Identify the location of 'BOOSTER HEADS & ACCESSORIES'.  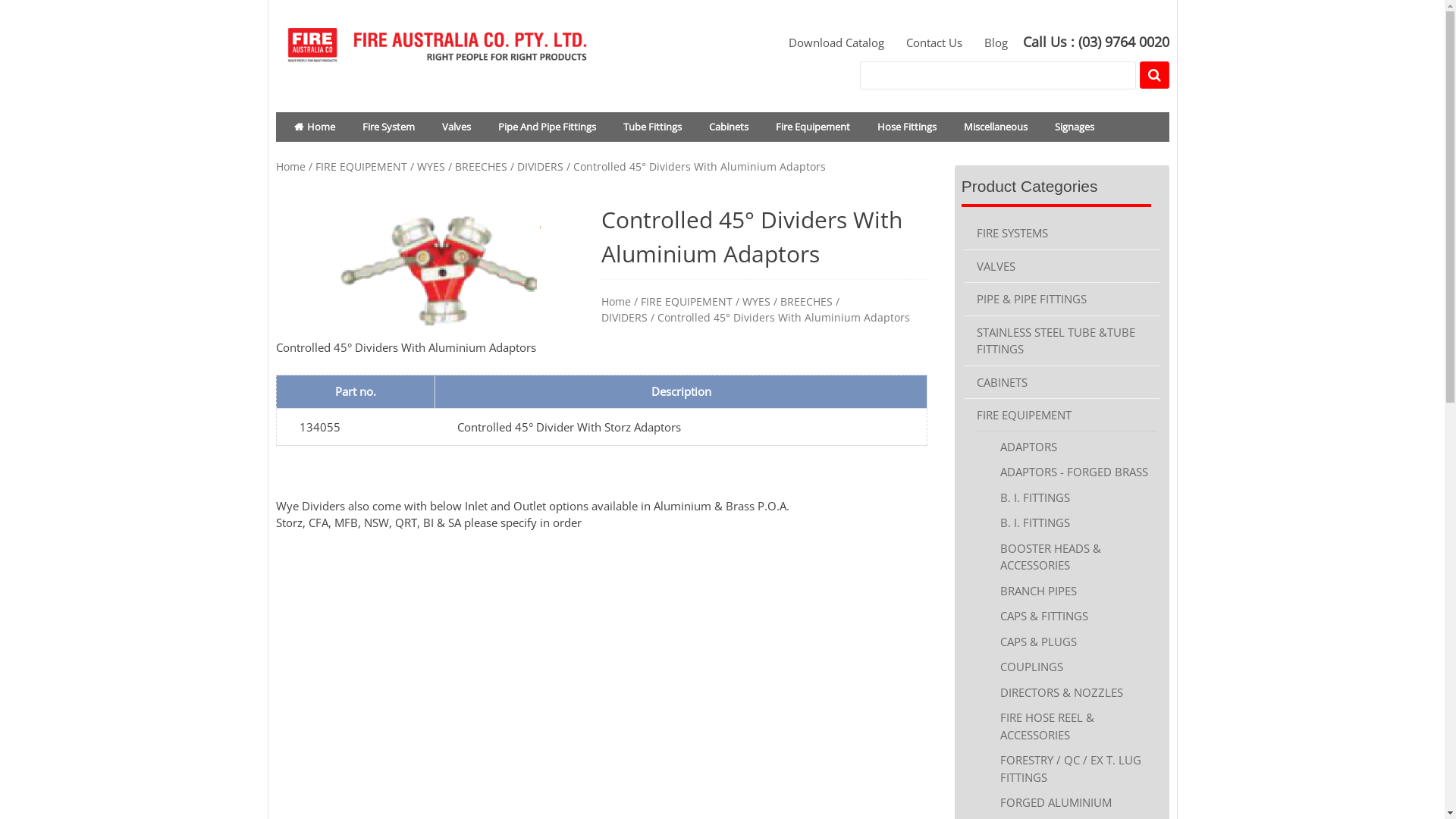
(1000, 557).